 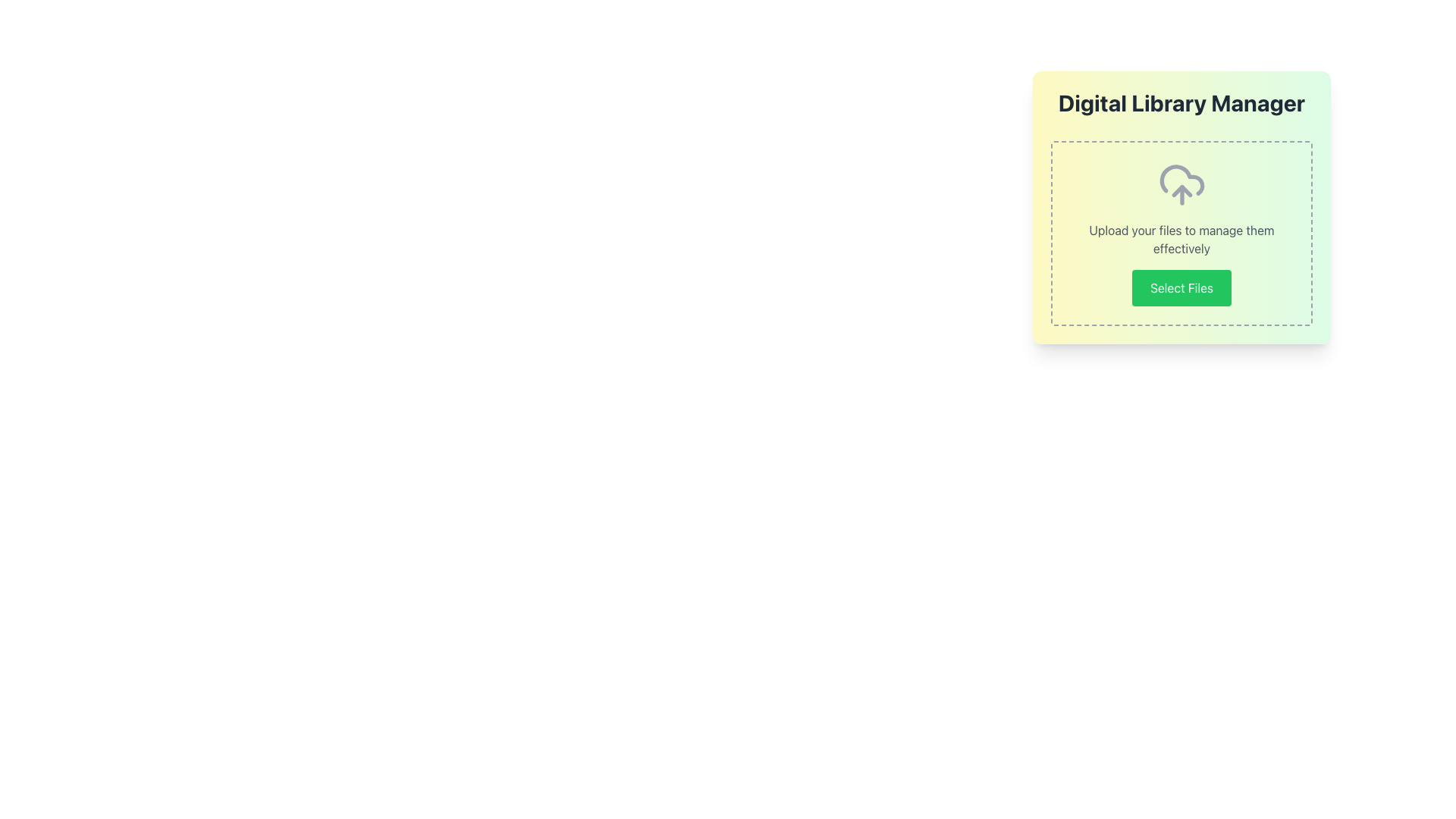 What do you see at coordinates (1181, 190) in the screenshot?
I see `the upward-pointing triangular arrow icon located within the cloud-shaped upload section` at bounding box center [1181, 190].